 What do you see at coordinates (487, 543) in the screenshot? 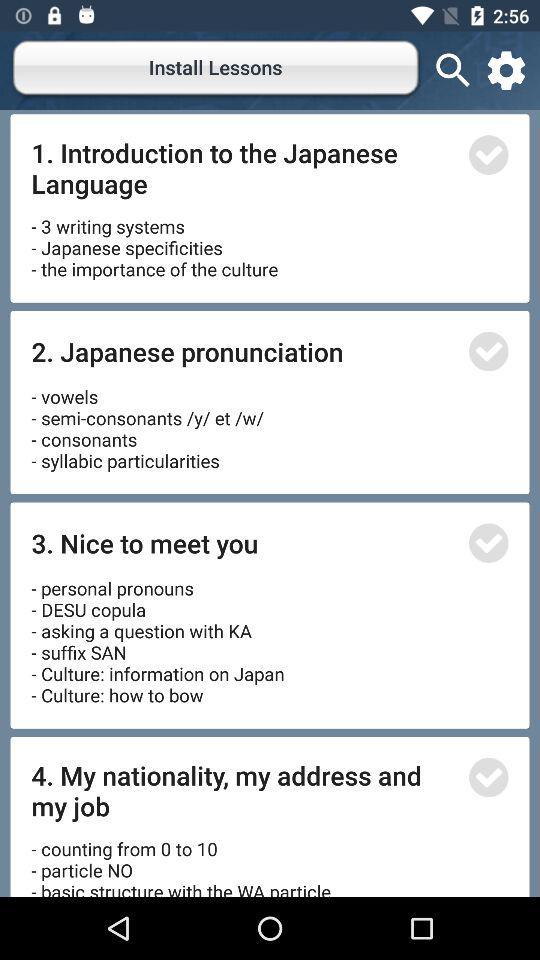
I see `enhance button` at bounding box center [487, 543].